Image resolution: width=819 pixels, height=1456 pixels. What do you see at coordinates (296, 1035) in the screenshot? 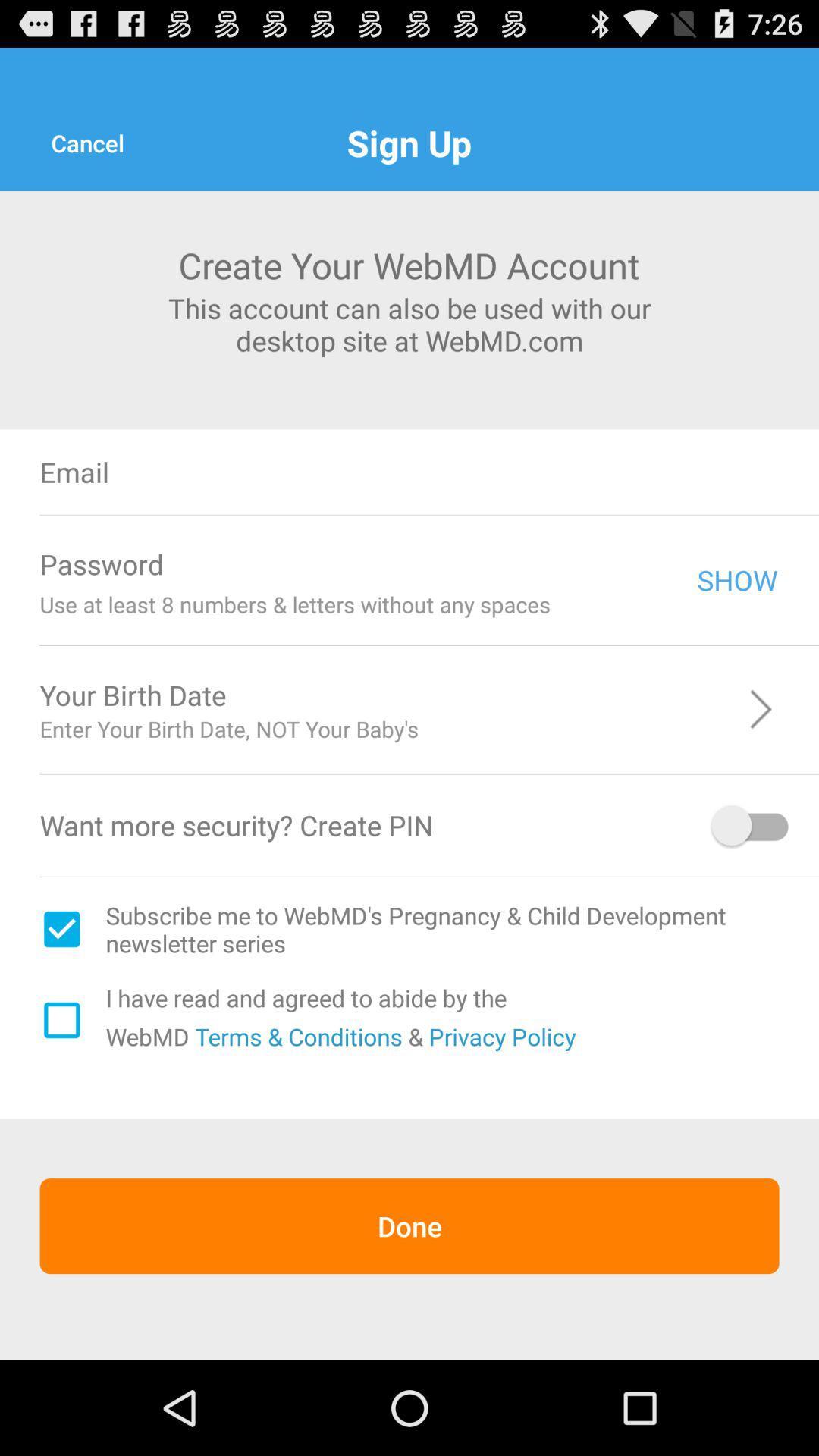
I see `item above the done` at bounding box center [296, 1035].